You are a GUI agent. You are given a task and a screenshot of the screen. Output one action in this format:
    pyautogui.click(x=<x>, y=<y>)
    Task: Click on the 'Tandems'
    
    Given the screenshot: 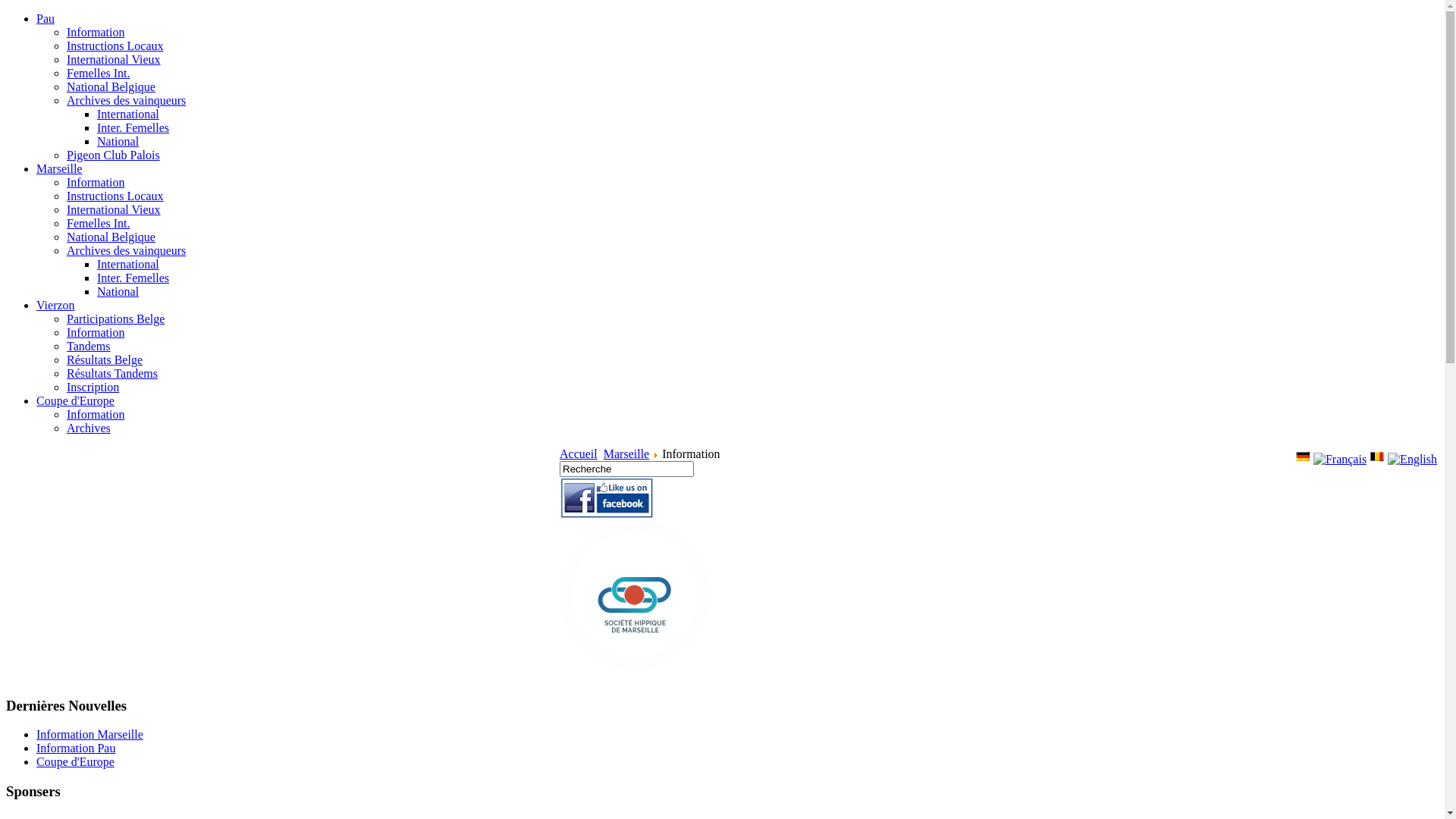 What is the action you would take?
    pyautogui.click(x=87, y=346)
    